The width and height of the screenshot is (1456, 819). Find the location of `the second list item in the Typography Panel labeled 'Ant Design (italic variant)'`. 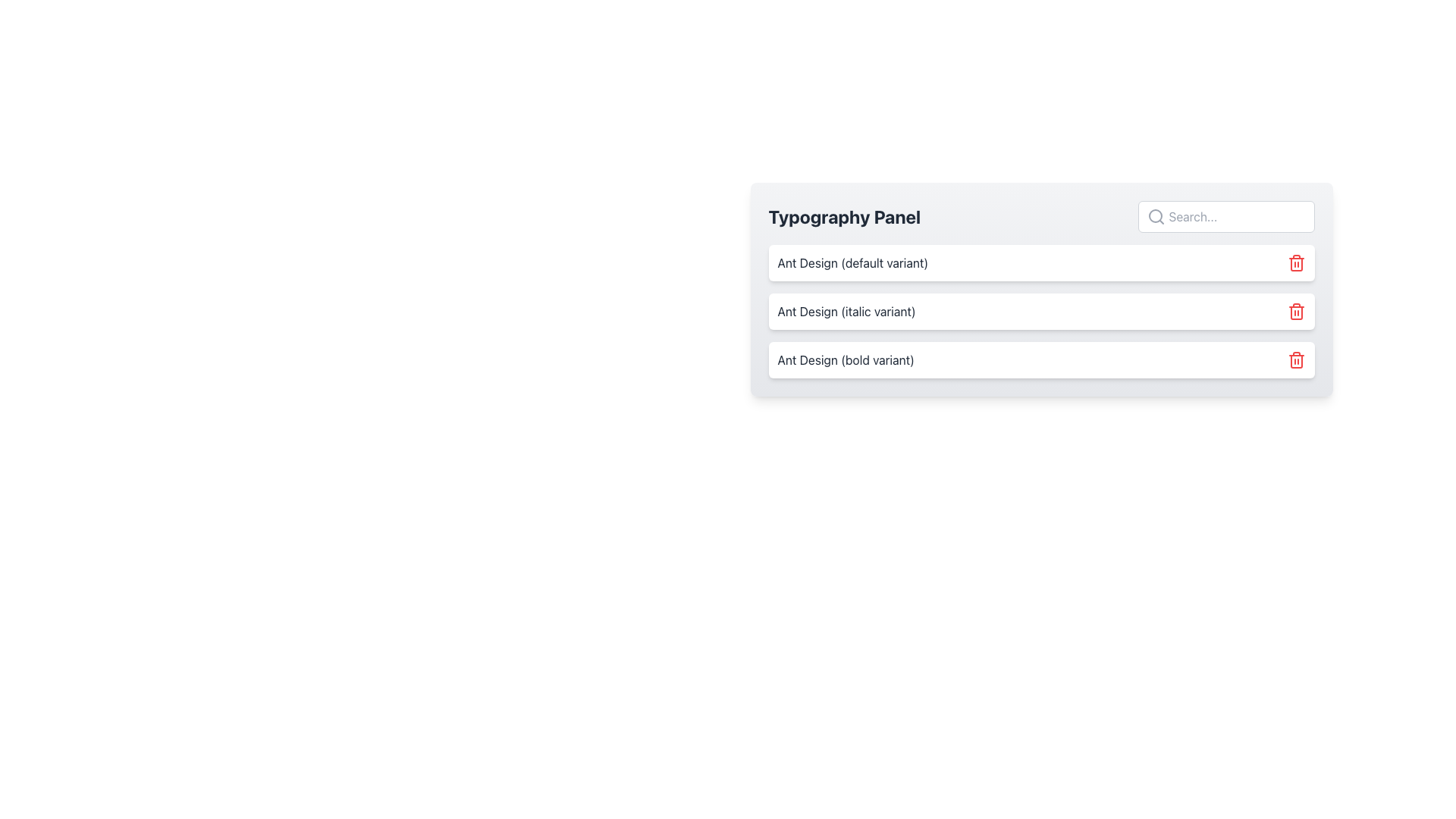

the second list item in the Typography Panel labeled 'Ant Design (italic variant)' is located at coordinates (1040, 315).